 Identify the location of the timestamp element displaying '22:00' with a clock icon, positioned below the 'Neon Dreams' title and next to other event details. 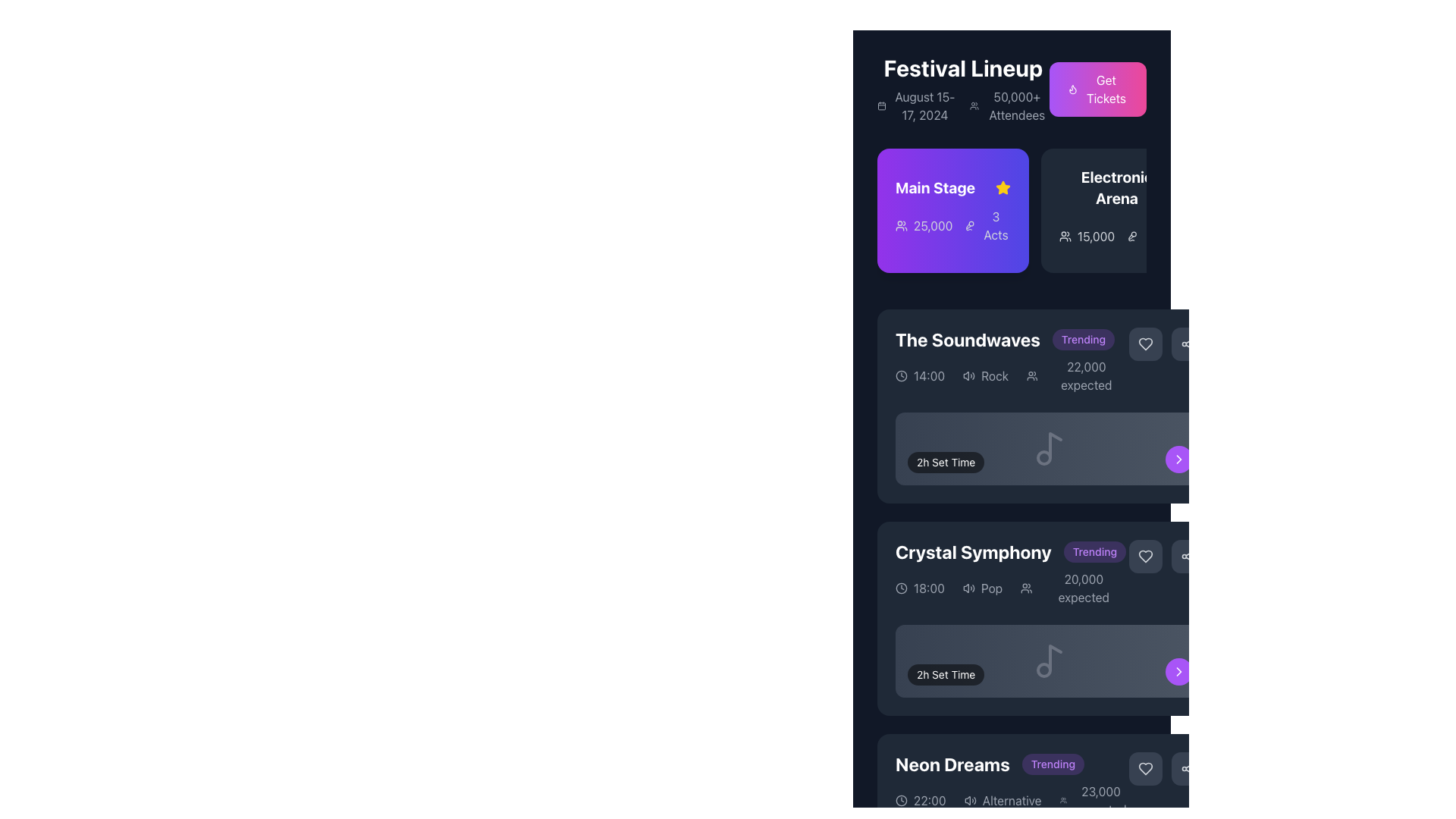
(920, 800).